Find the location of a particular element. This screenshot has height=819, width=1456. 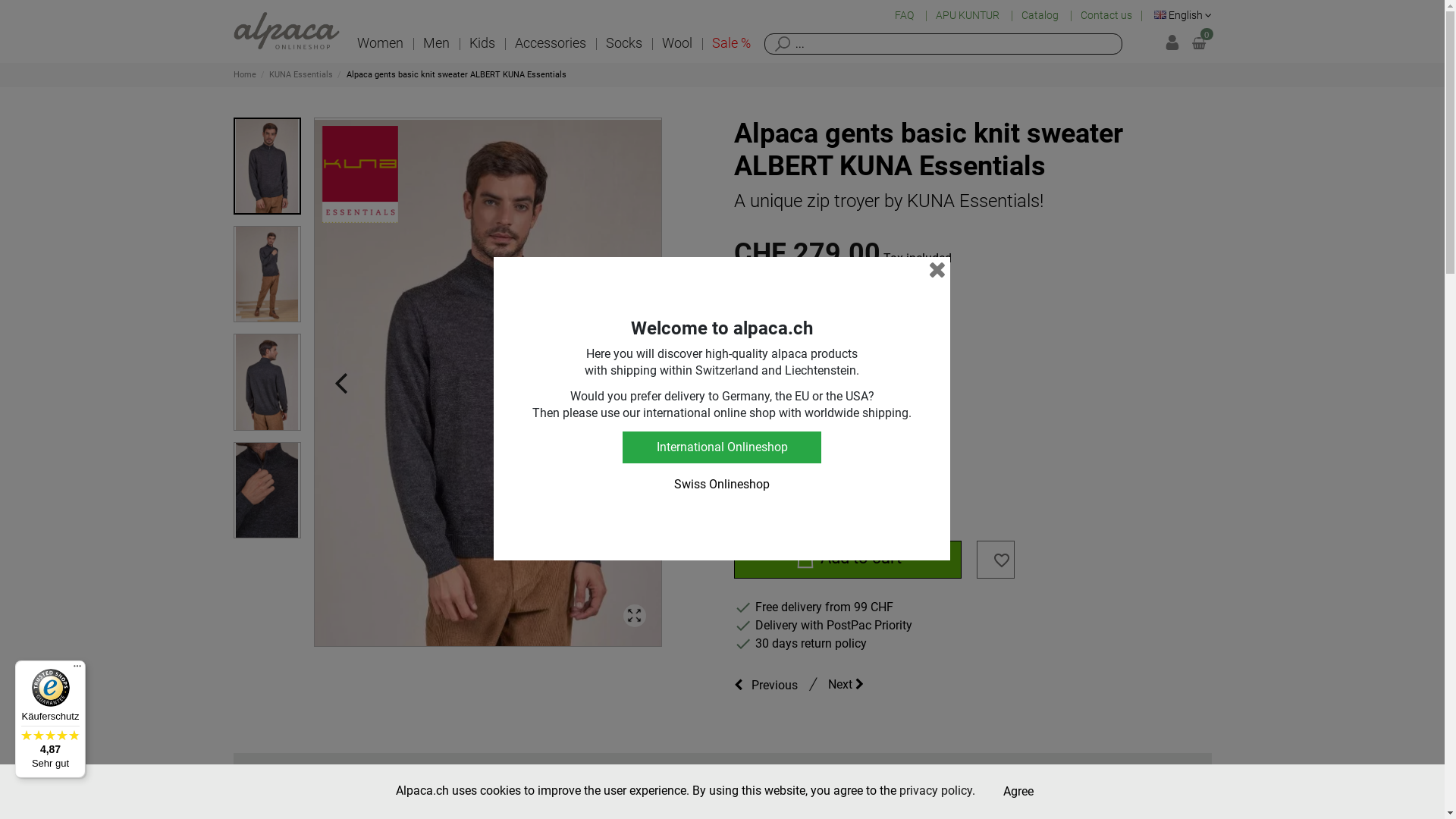

'Log in to your customer account' is located at coordinates (1164, 42).